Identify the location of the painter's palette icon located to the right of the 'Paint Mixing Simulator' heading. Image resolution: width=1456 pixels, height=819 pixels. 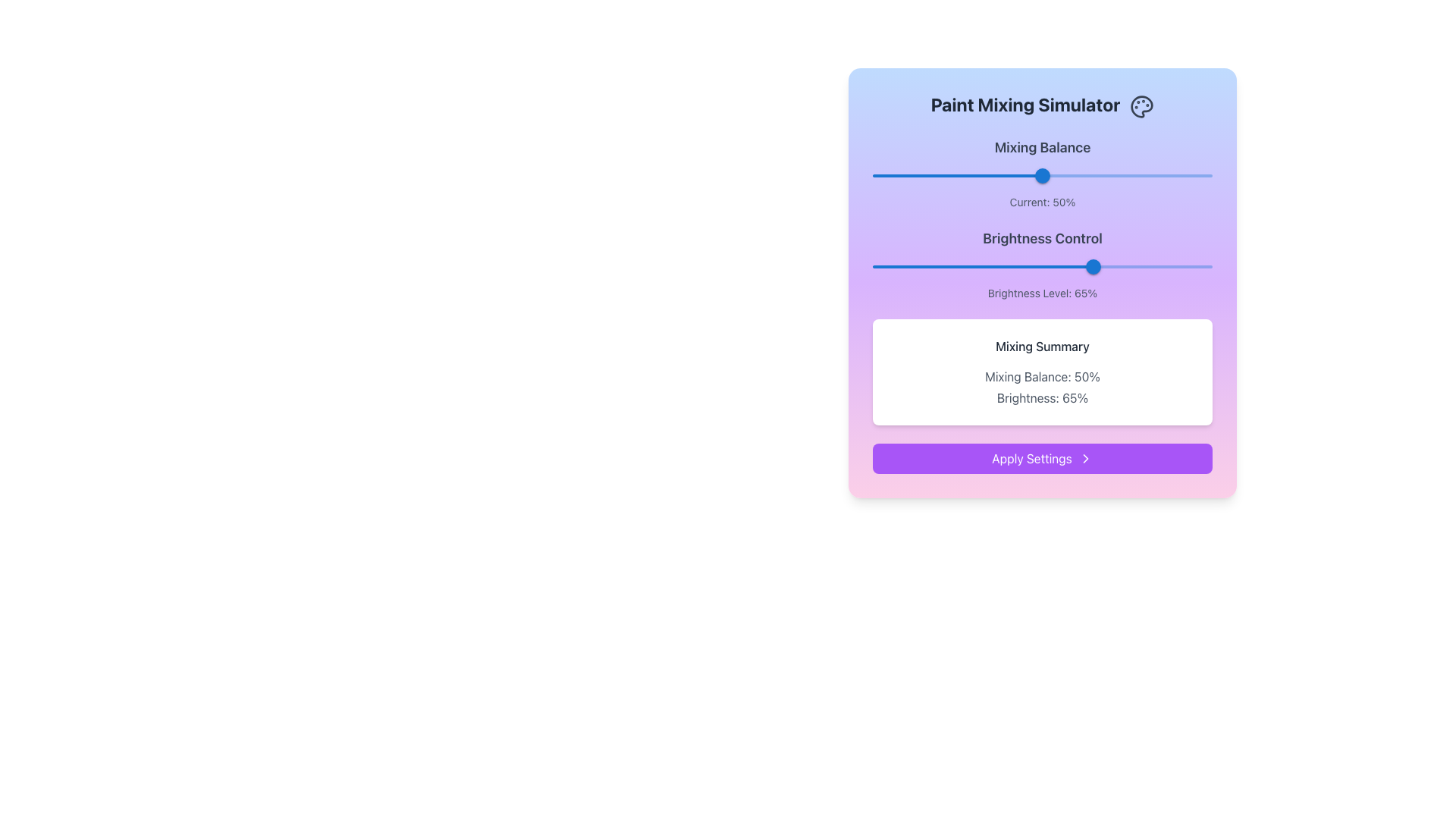
(1142, 105).